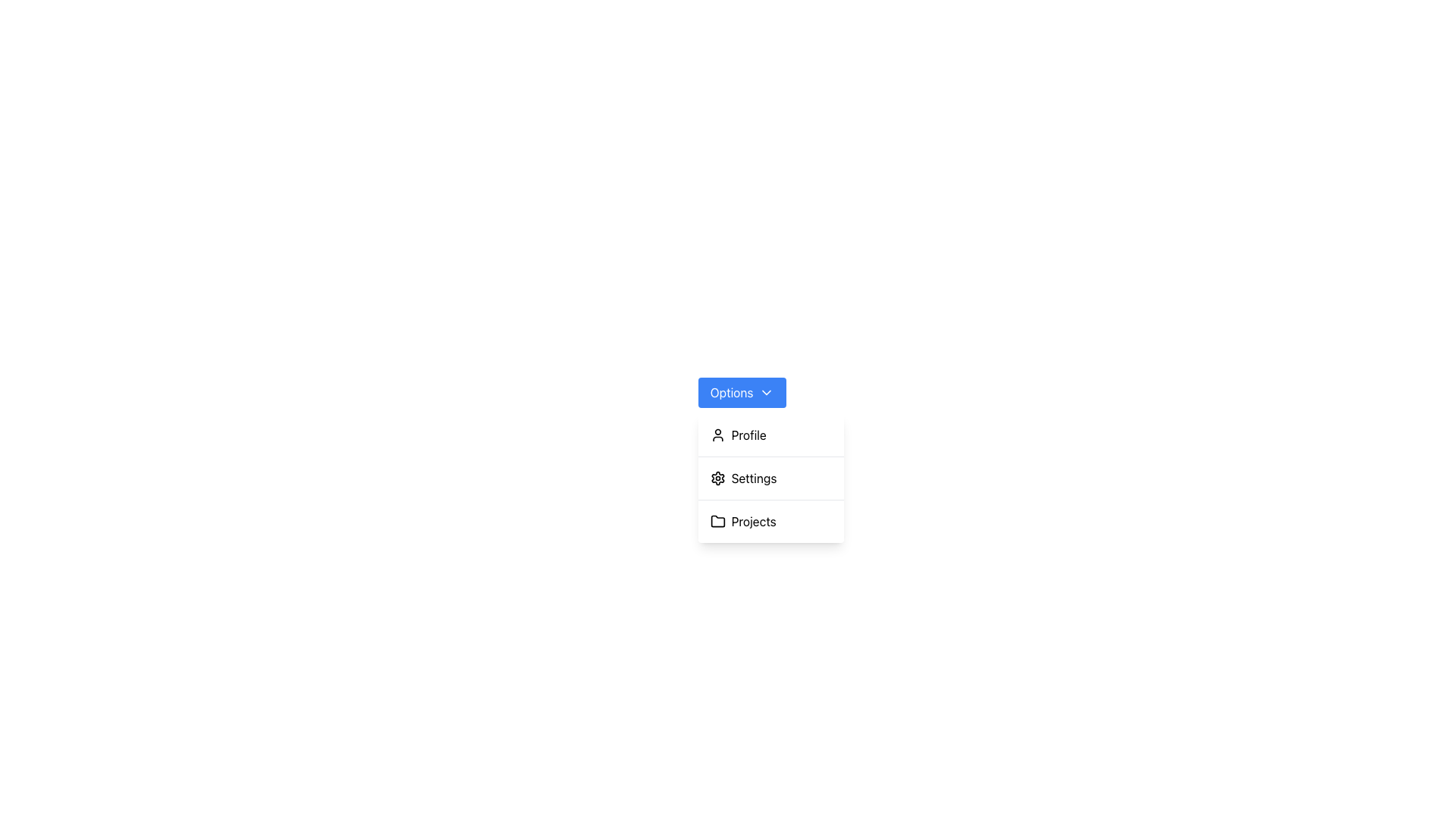 This screenshot has height=819, width=1456. I want to click on the 'Settings' menu item, which features a gear icon and is styled with a clean, minimalist design, positioned in the Navigation menu between 'Profile' and 'Projects', so click(770, 479).